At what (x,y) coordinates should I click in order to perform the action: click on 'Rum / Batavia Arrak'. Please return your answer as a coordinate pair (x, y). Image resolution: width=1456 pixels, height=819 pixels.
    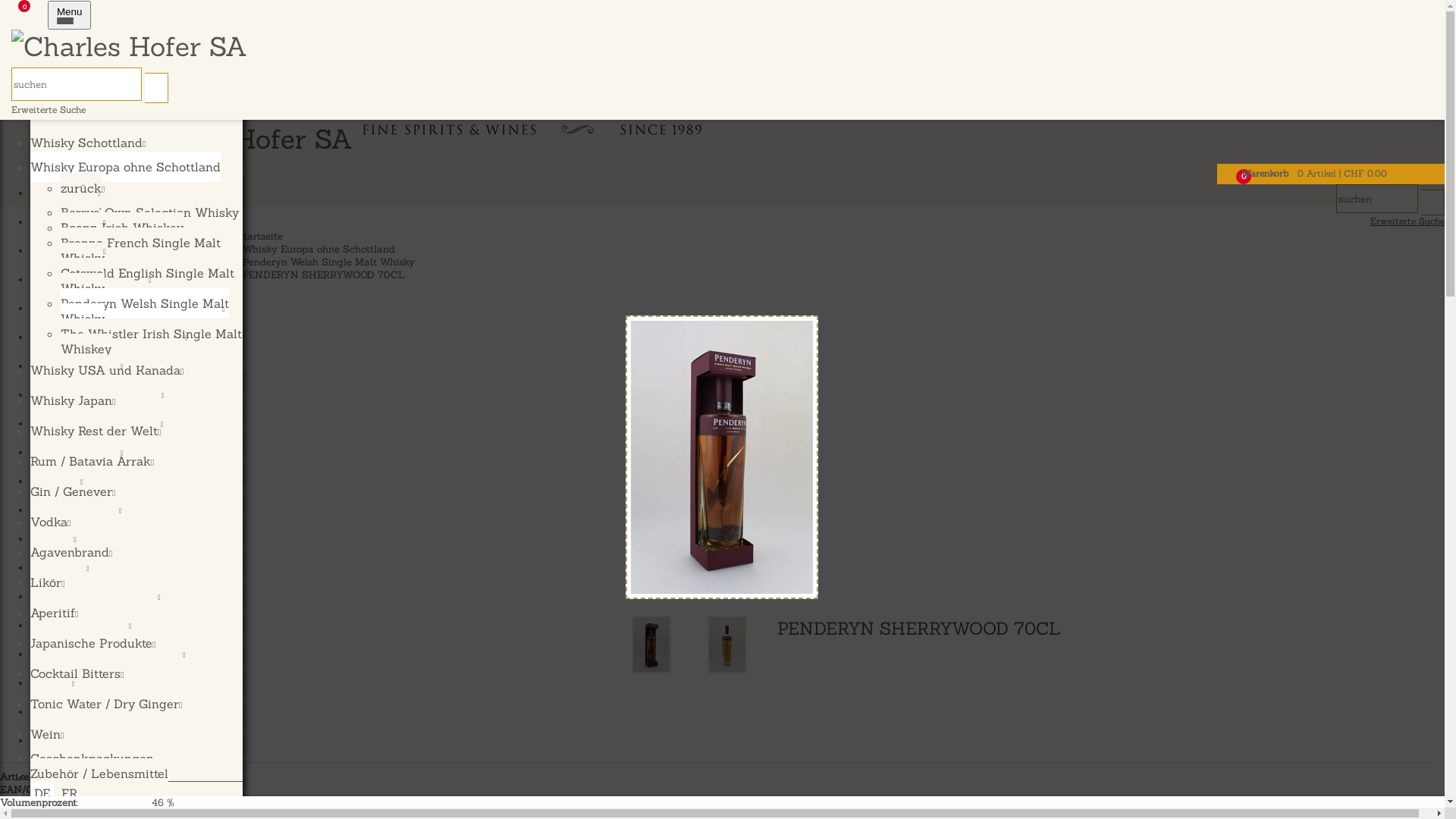
    Looking at the image, I should click on (91, 460).